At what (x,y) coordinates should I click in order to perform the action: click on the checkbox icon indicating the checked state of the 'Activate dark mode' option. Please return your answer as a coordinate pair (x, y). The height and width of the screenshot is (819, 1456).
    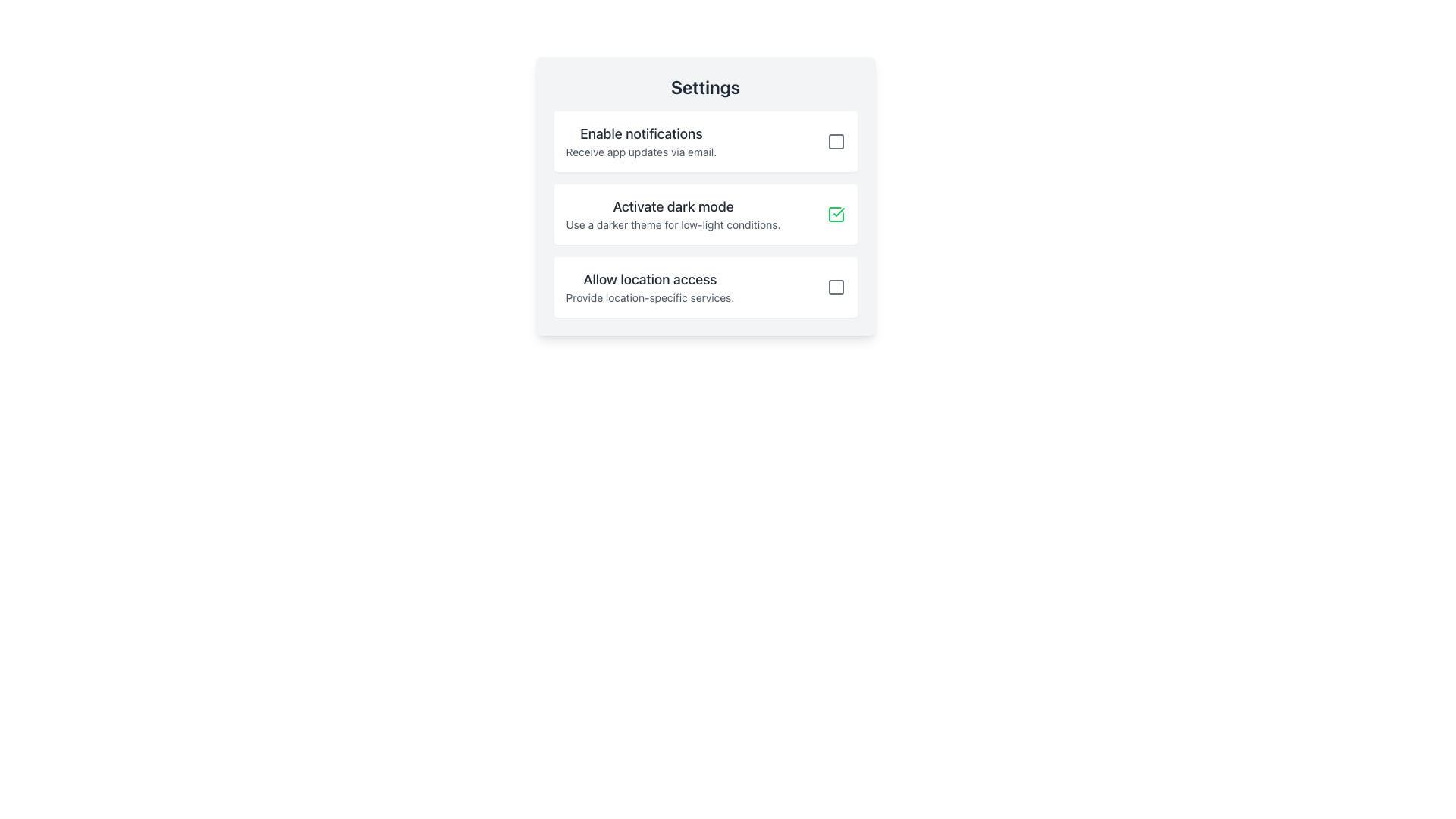
    Looking at the image, I should click on (835, 214).